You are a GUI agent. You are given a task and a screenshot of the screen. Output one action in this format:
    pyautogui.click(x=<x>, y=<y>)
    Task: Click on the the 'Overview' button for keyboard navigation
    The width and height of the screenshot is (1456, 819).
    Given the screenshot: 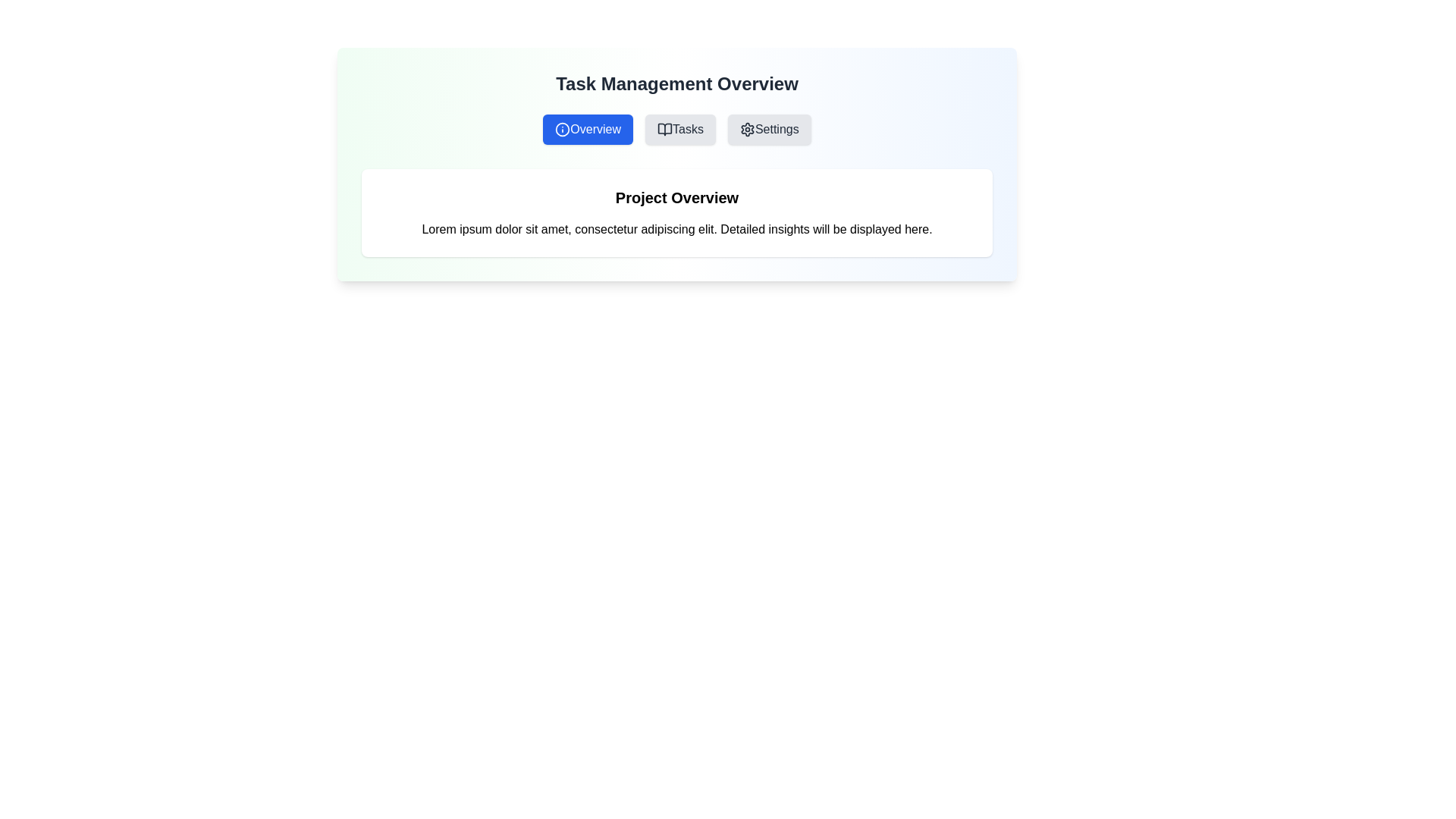 What is the action you would take?
    pyautogui.click(x=587, y=128)
    